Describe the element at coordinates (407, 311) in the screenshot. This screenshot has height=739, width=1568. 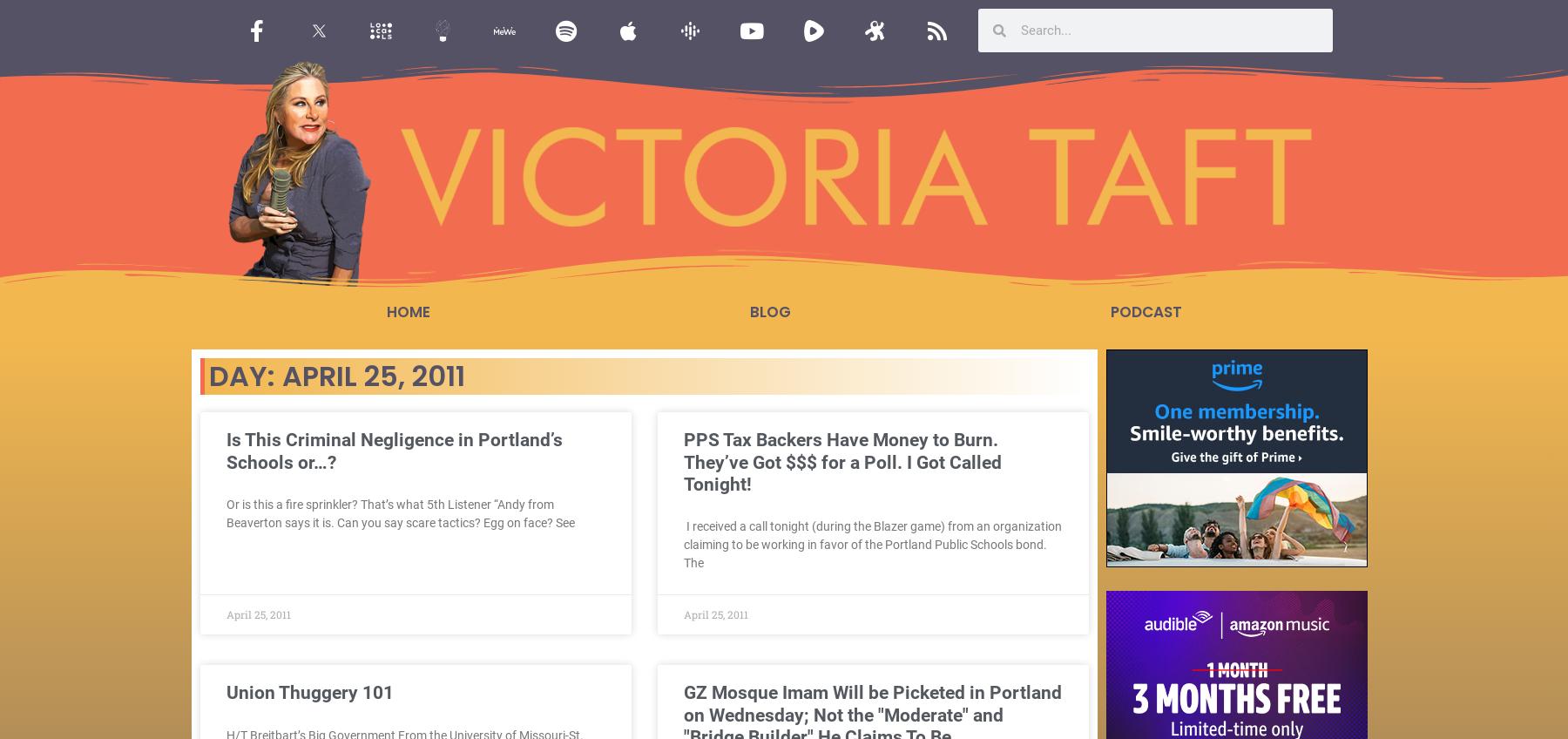
I see `'Home'` at that location.